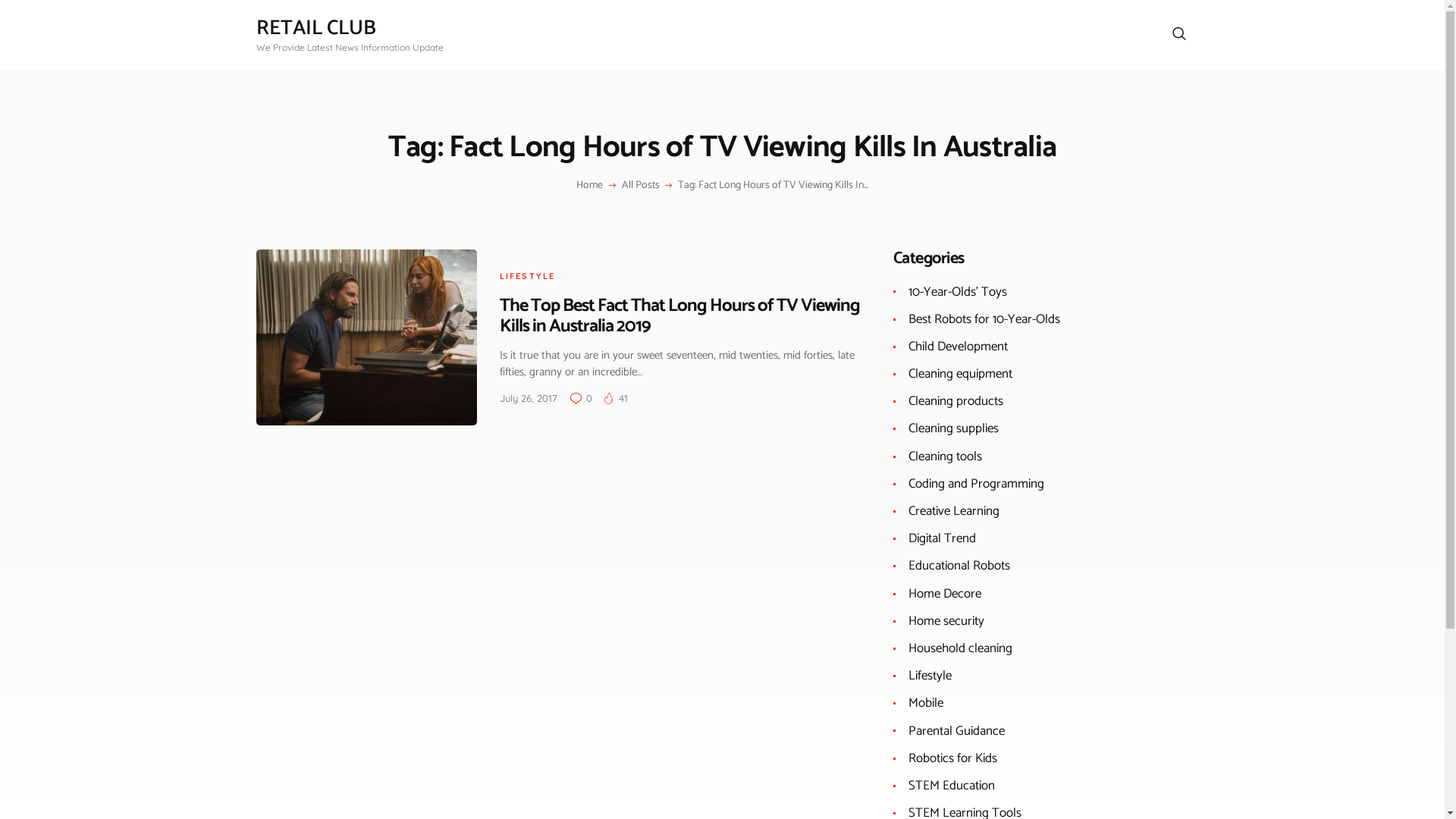 The image size is (1456, 819). Describe the element at coordinates (640, 184) in the screenshot. I see `'All Posts'` at that location.